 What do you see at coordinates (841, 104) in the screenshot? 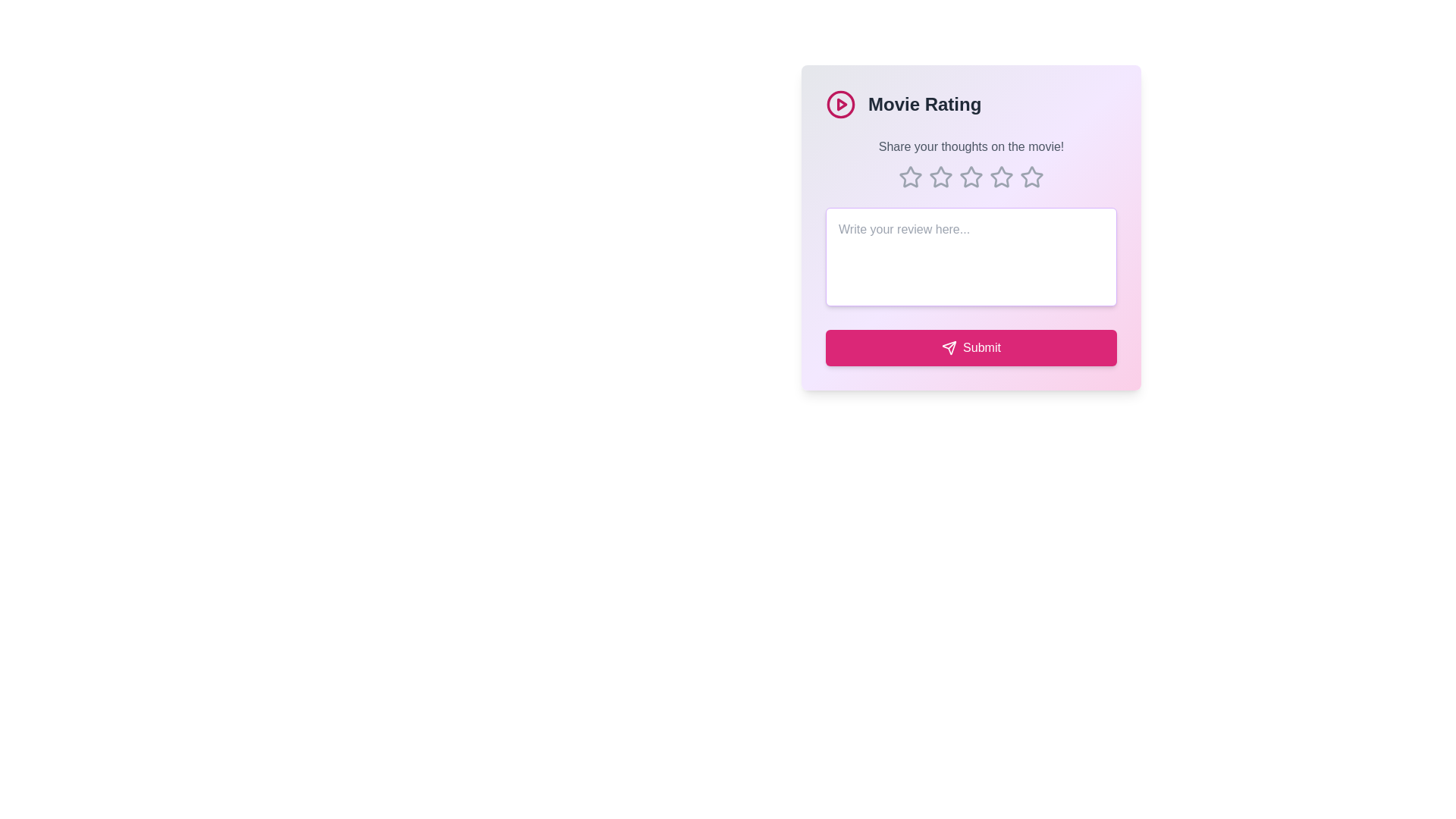
I see `the pink triangle play button icon located within the circular frame, which is part of the 'Movie Rating' dialog box, aligned to the left of the headline` at bounding box center [841, 104].